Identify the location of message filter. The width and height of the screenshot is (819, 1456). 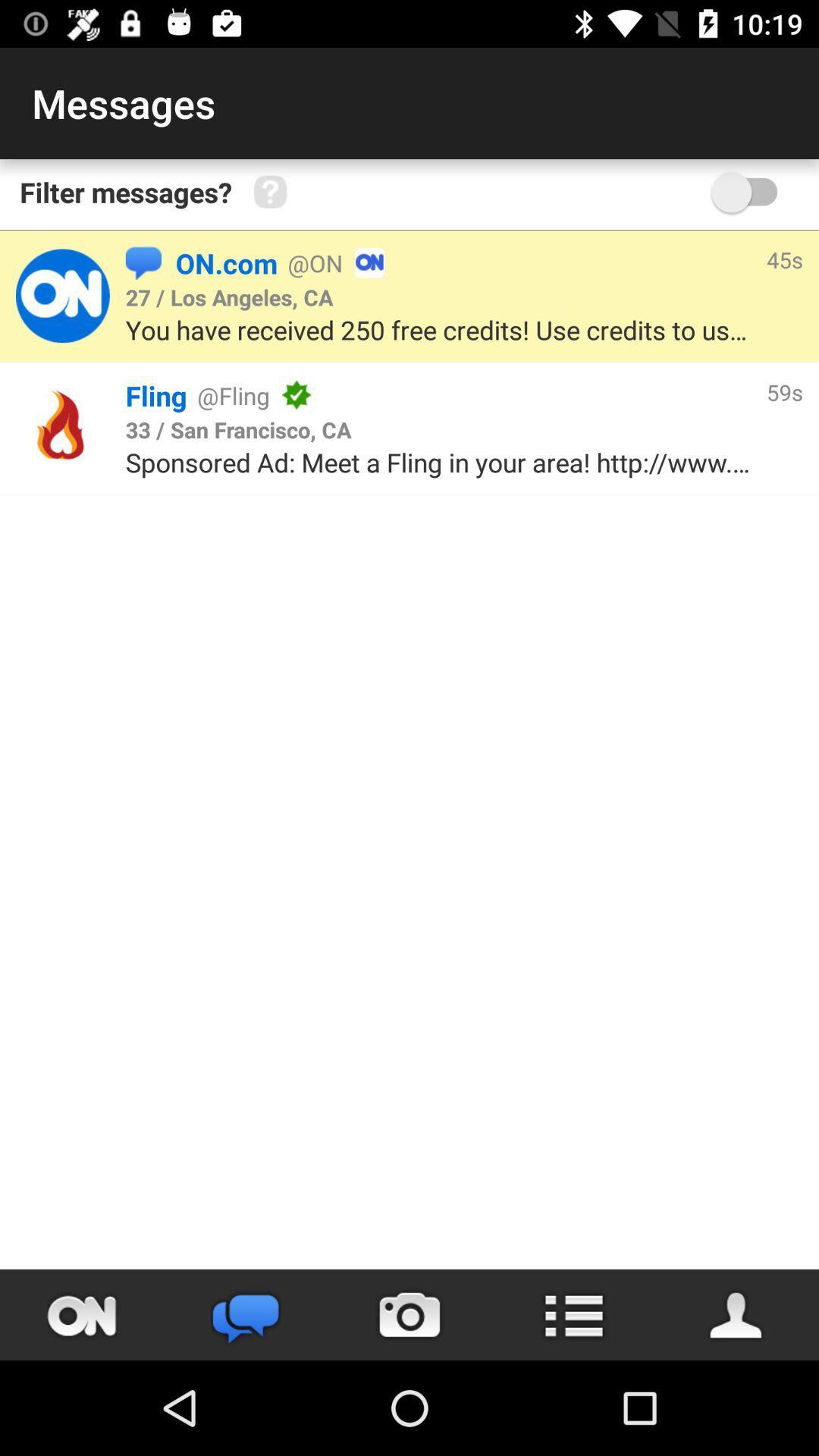
(752, 191).